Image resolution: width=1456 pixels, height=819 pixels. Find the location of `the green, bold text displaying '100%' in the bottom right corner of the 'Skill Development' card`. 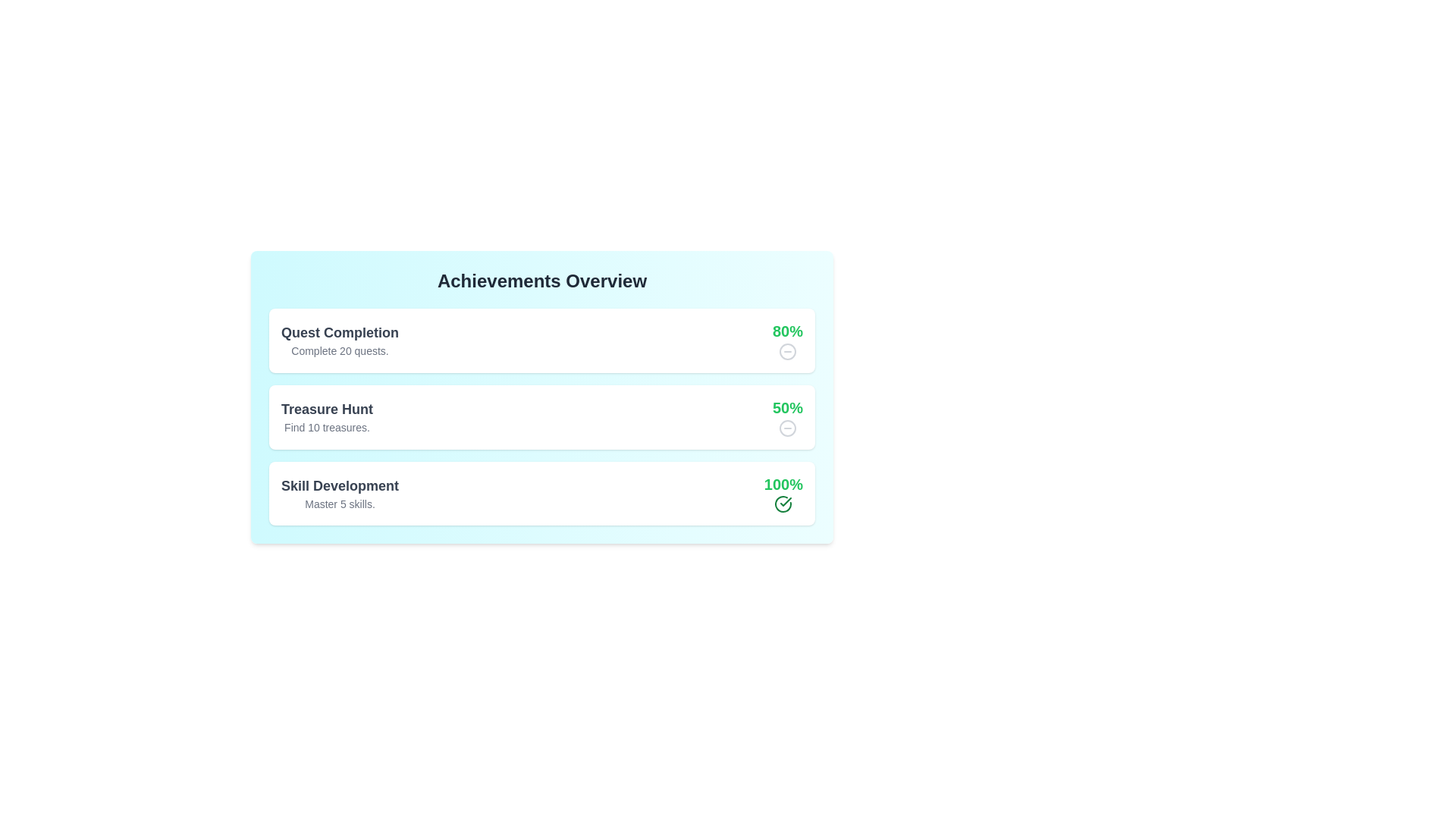

the green, bold text displaying '100%' in the bottom right corner of the 'Skill Development' card is located at coordinates (783, 484).